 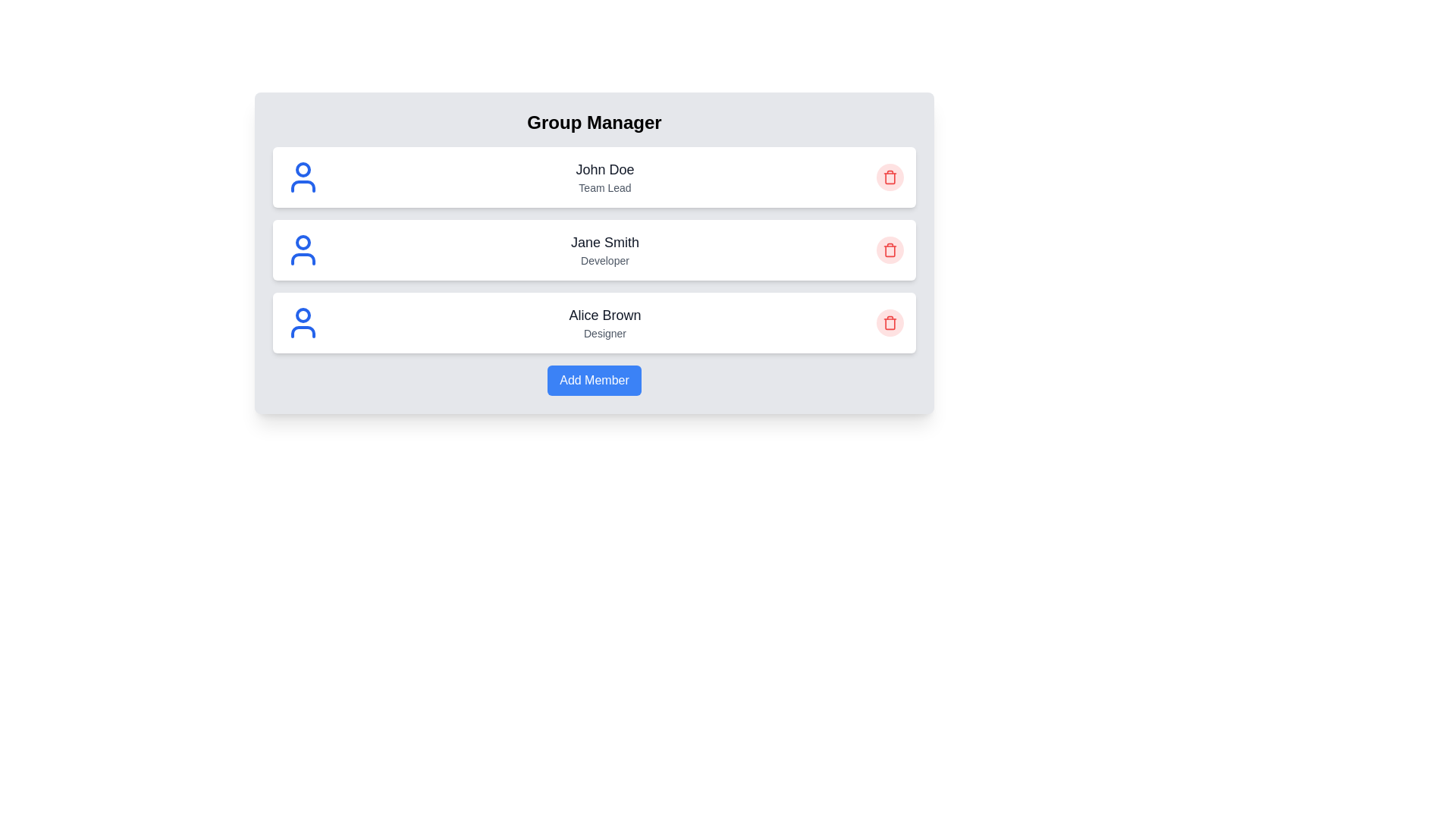 What do you see at coordinates (890, 249) in the screenshot?
I see `the Icon button located in the top-right corner of the second row` at bounding box center [890, 249].